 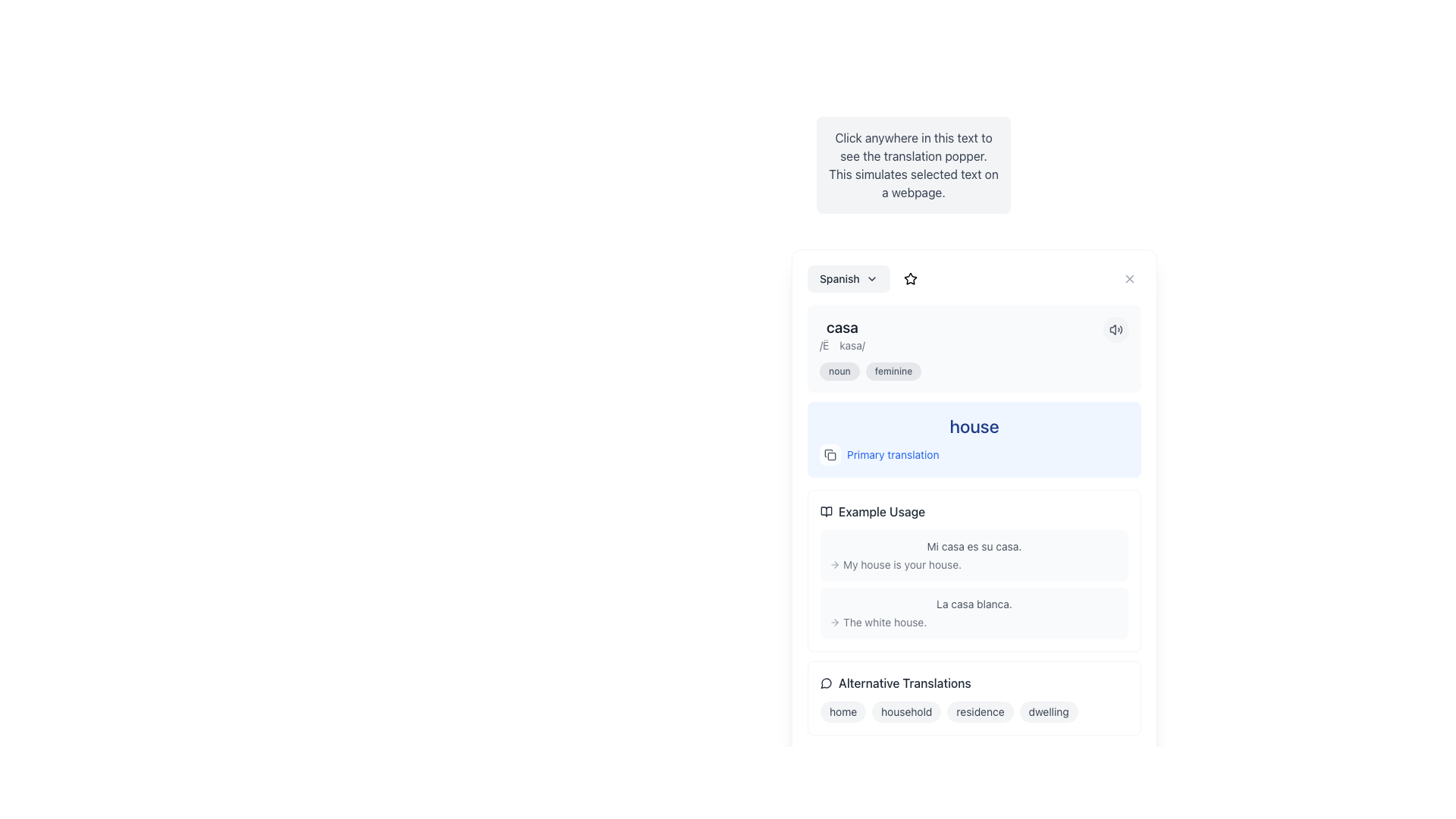 I want to click on the links or icons within the Informational display box that presents example sentences demonstrating the usage of a word or phrase in context, positioned above the section titled 'Alternative Translations', so click(x=974, y=570).